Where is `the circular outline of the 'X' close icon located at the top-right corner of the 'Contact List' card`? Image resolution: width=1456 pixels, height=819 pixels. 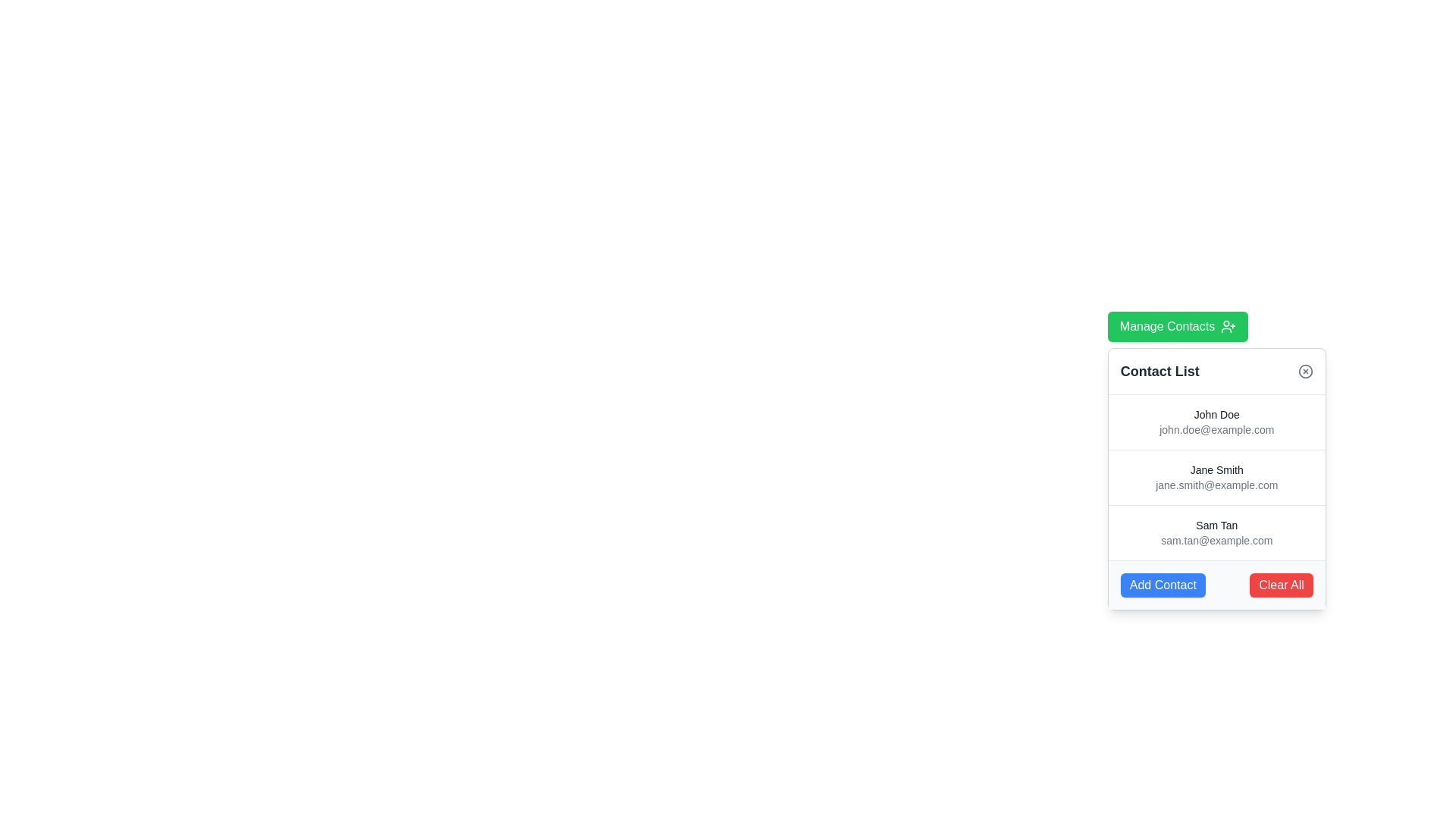
the circular outline of the 'X' close icon located at the top-right corner of the 'Contact List' card is located at coordinates (1304, 371).